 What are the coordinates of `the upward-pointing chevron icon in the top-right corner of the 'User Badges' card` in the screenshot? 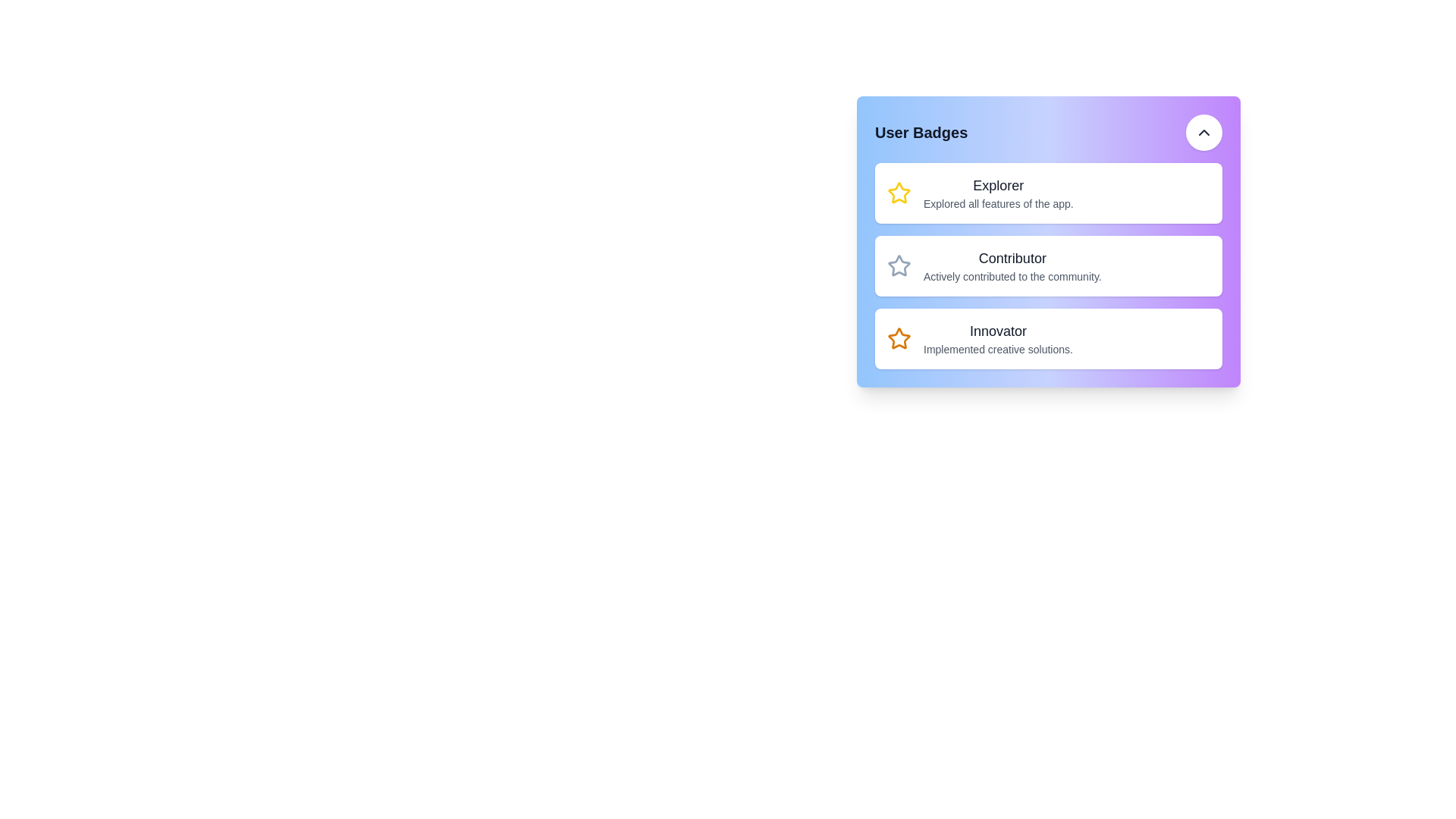 It's located at (1203, 131).